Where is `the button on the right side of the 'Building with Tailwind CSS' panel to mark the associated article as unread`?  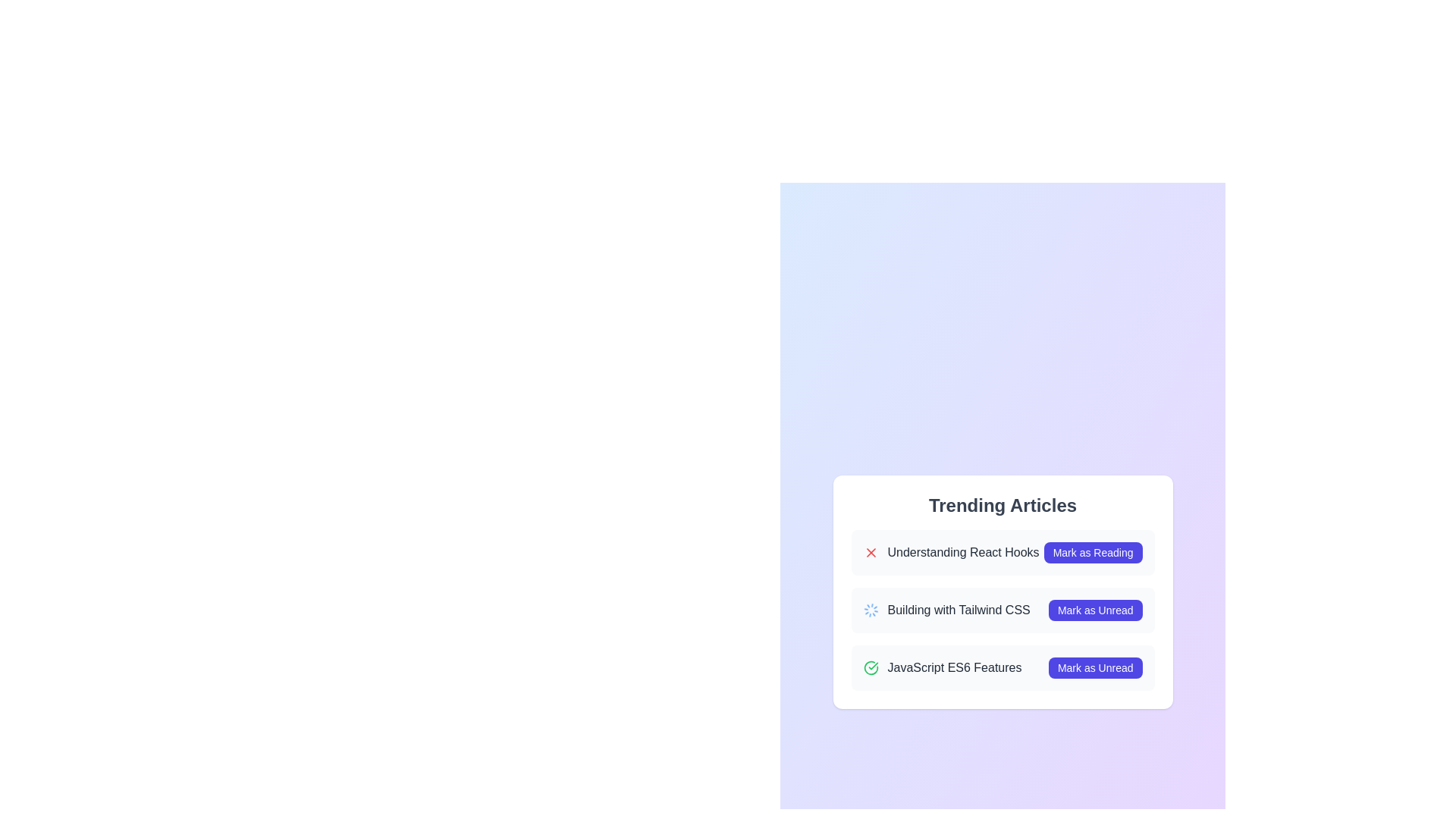 the button on the right side of the 'Building with Tailwind CSS' panel to mark the associated article as unread is located at coordinates (1095, 610).